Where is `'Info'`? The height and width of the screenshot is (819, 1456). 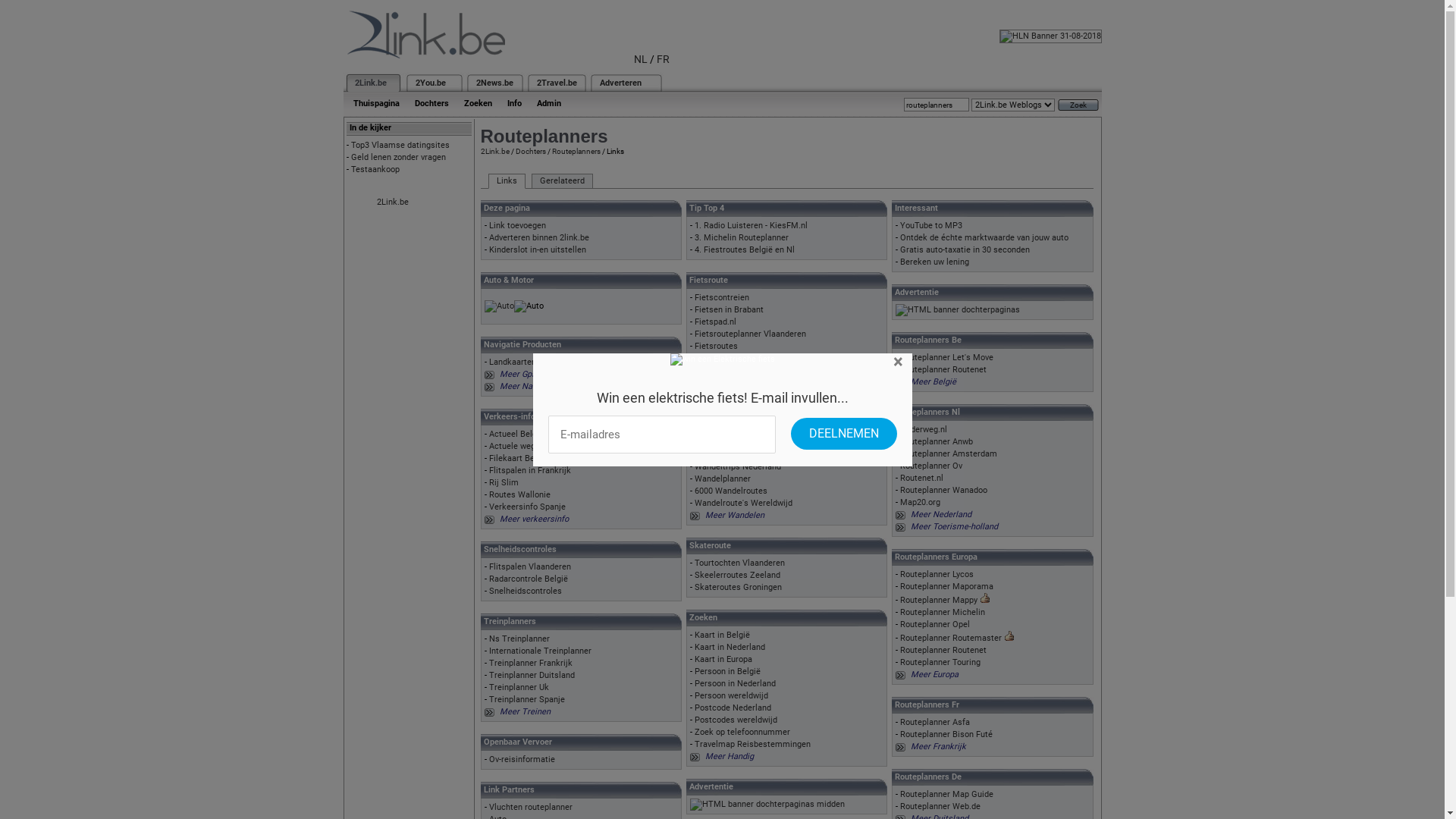 'Info' is located at coordinates (513, 102).